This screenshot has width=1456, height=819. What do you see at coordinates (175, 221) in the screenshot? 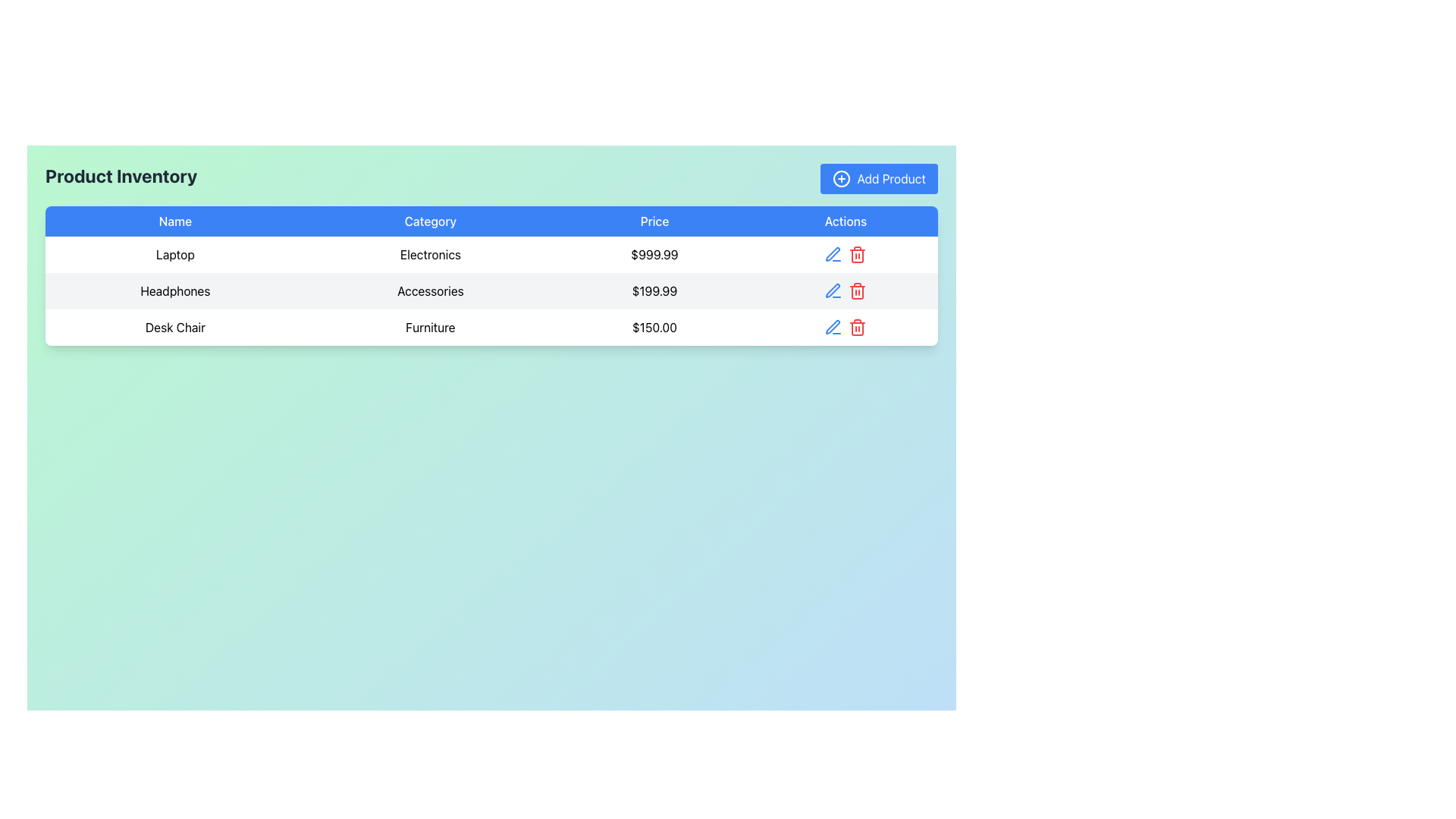
I see `the 'Name' header label, which is a rectangular label with a blue background and white bold text, positioned at the top-left of the table header` at bounding box center [175, 221].